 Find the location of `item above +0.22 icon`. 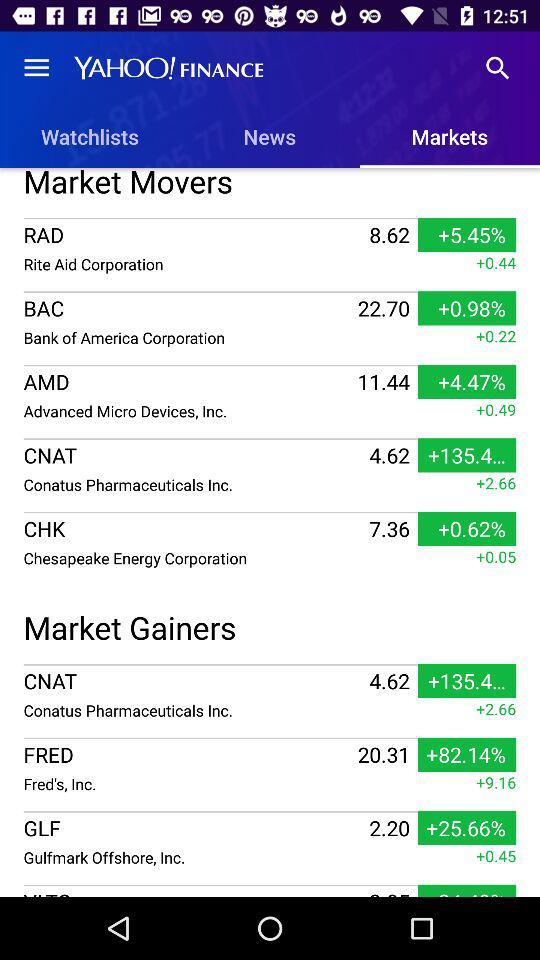

item above +0.22 icon is located at coordinates (270, 291).